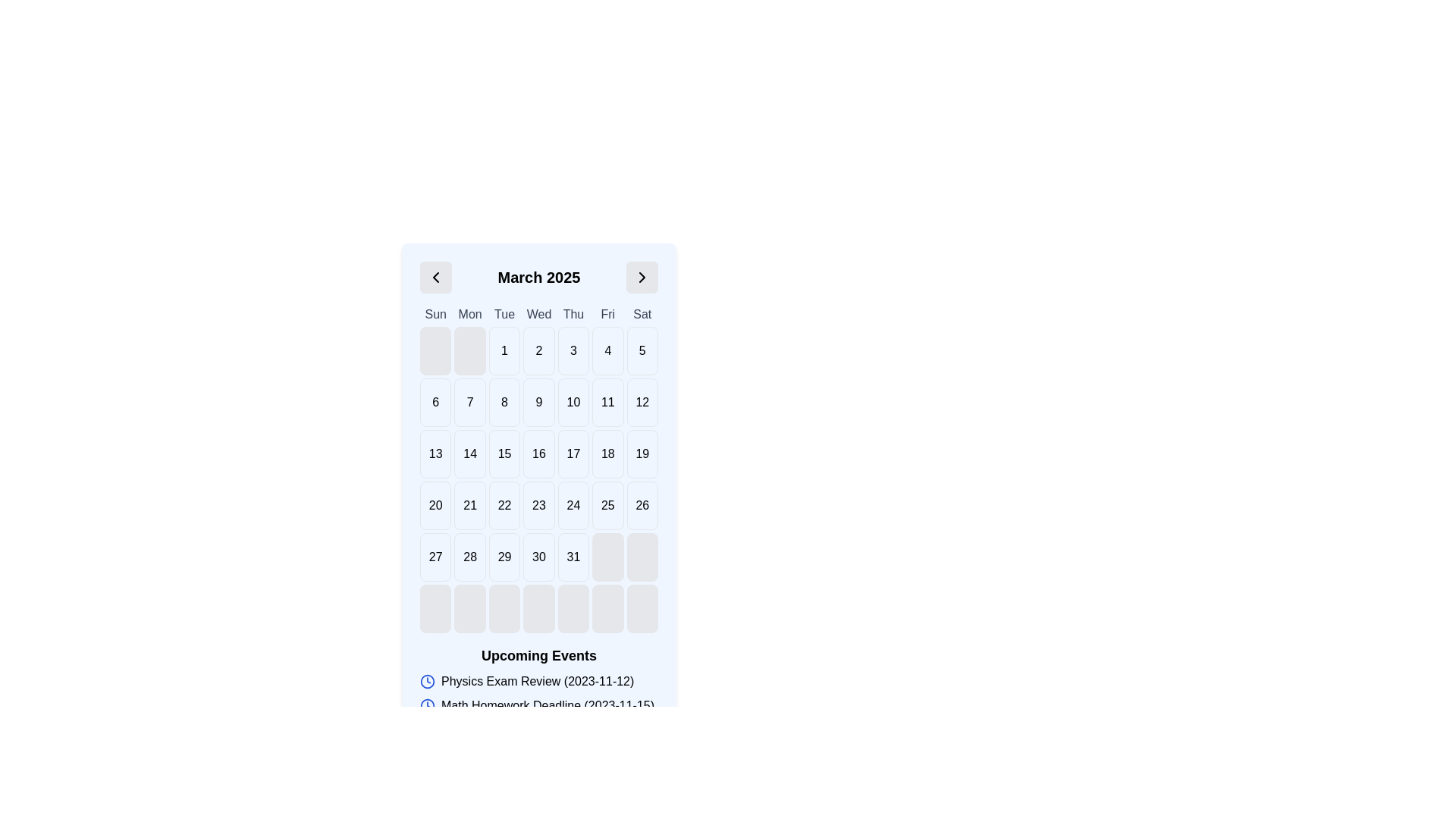  What do you see at coordinates (538, 402) in the screenshot?
I see `the Date cell representing the 9th day of the month in the calendar grid, located in the fourth row and fourth column, between the elements labeled '8' and '10'` at bounding box center [538, 402].